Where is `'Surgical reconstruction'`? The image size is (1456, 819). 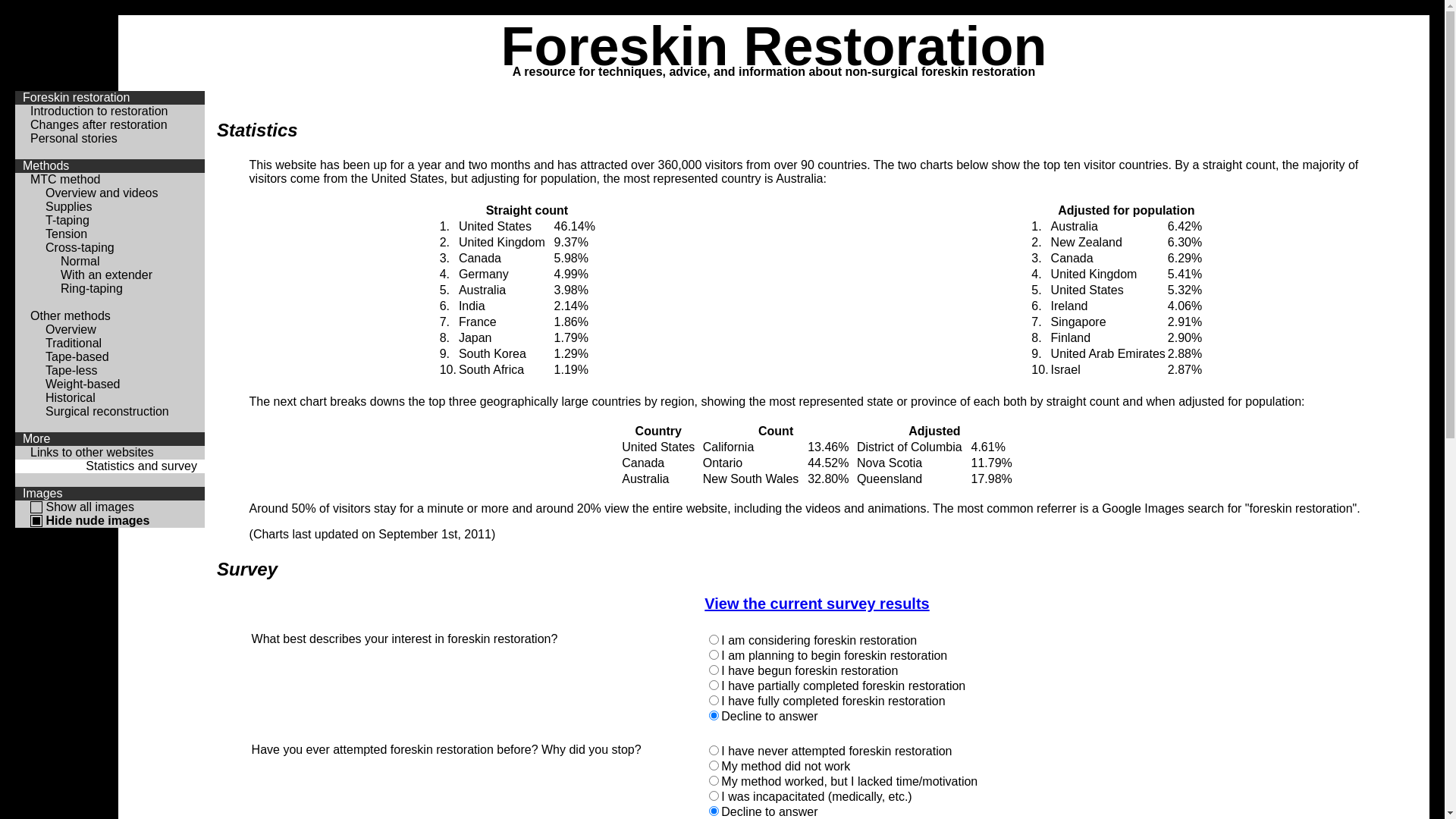 'Surgical reconstruction' is located at coordinates (45, 411).